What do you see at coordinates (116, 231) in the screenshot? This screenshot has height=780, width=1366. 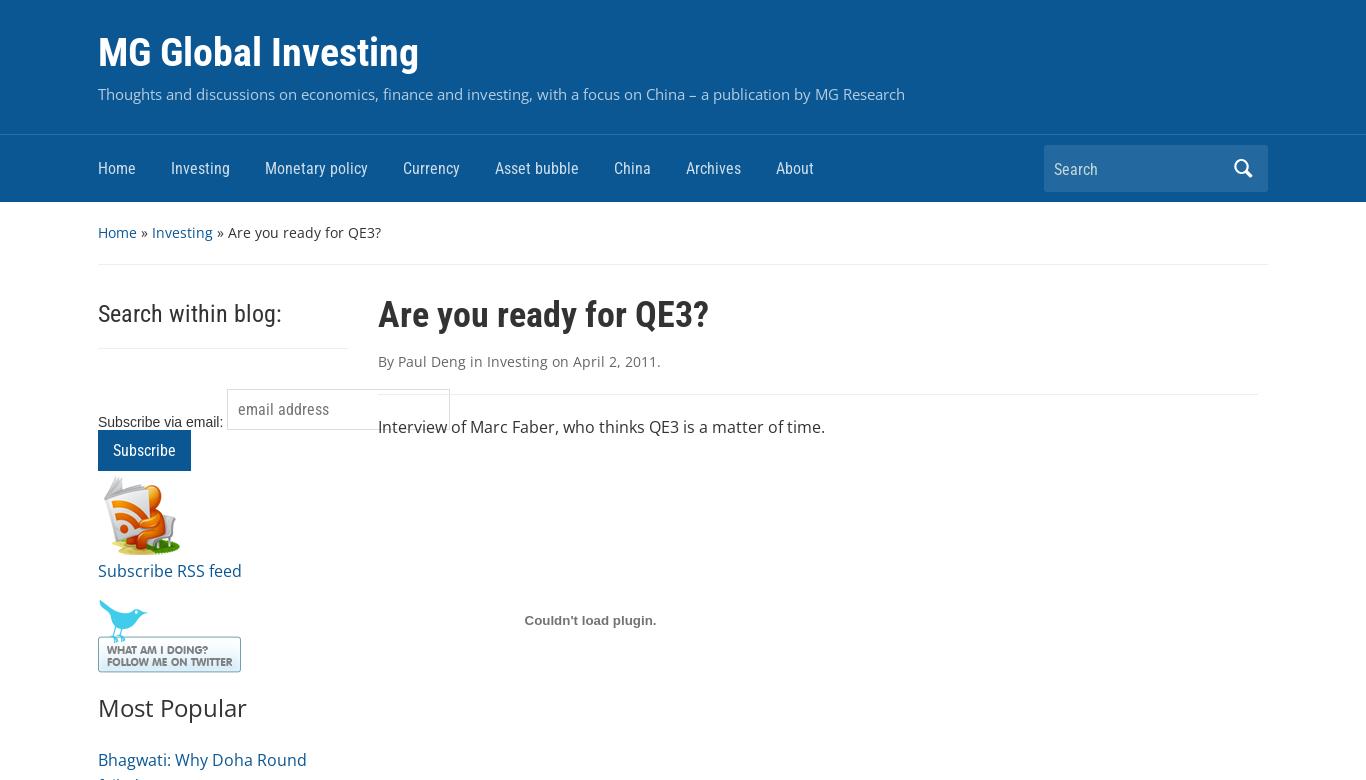 I see `'Home'` at bounding box center [116, 231].